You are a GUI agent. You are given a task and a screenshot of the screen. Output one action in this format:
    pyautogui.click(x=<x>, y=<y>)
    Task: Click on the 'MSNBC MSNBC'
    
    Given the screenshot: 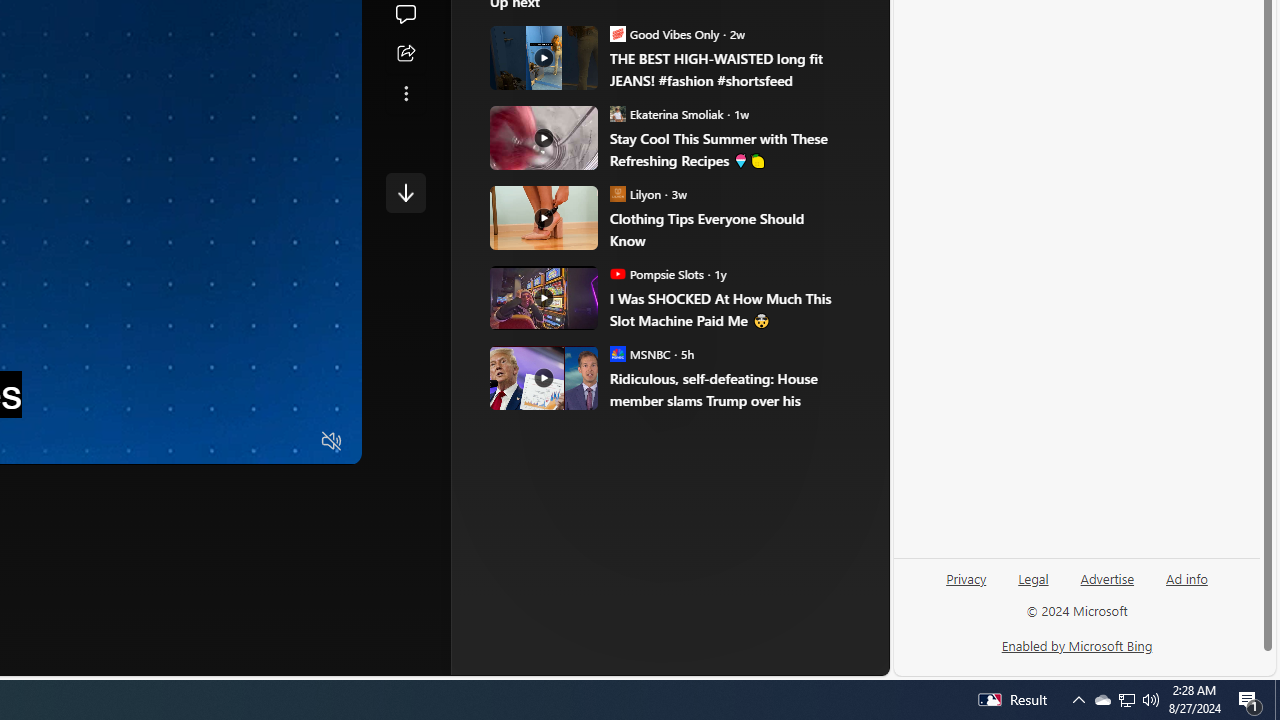 What is the action you would take?
    pyautogui.click(x=640, y=353)
    